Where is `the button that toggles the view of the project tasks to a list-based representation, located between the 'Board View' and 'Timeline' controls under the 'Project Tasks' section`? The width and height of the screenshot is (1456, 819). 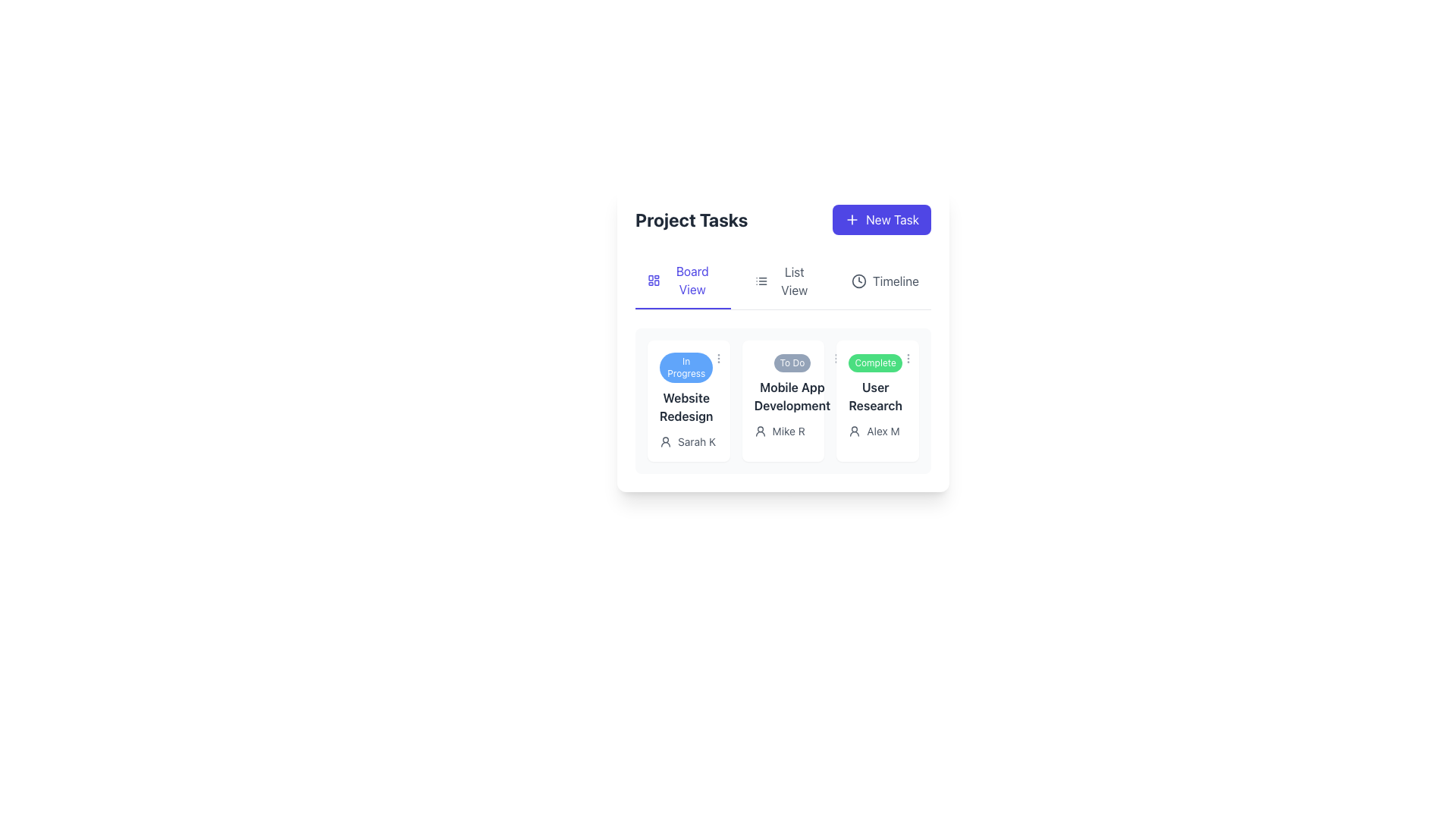
the button that toggles the view of the project tasks to a list-based representation, located between the 'Board View' and 'Timeline' controls under the 'Project Tasks' section is located at coordinates (785, 281).